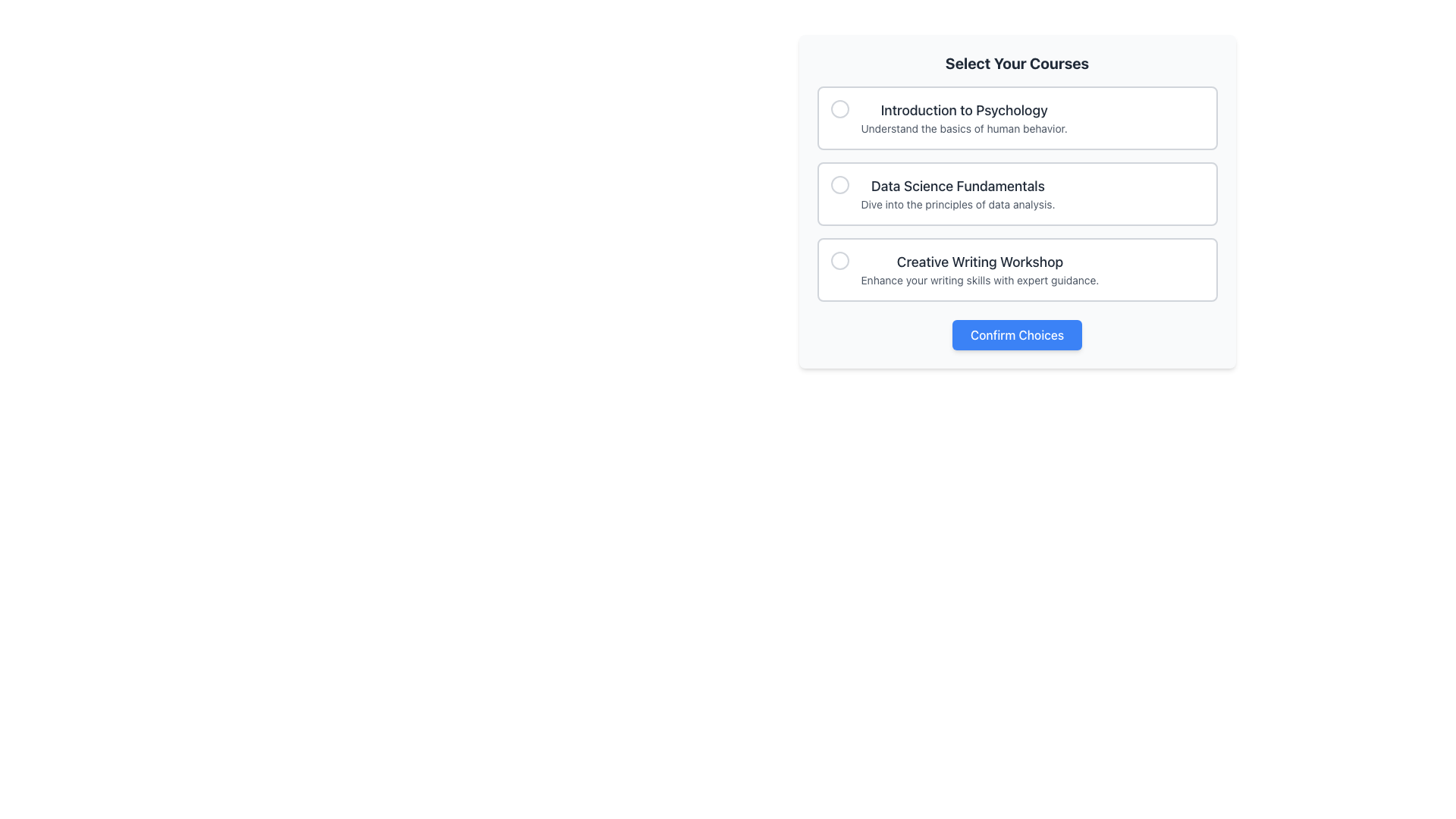 The height and width of the screenshot is (819, 1456). Describe the element at coordinates (963, 110) in the screenshot. I see `the text label reading 'Introduction to Psychology', which is presented in bold and dark gray font, located in the central column of the layout under 'Select Your Courses'` at that location.